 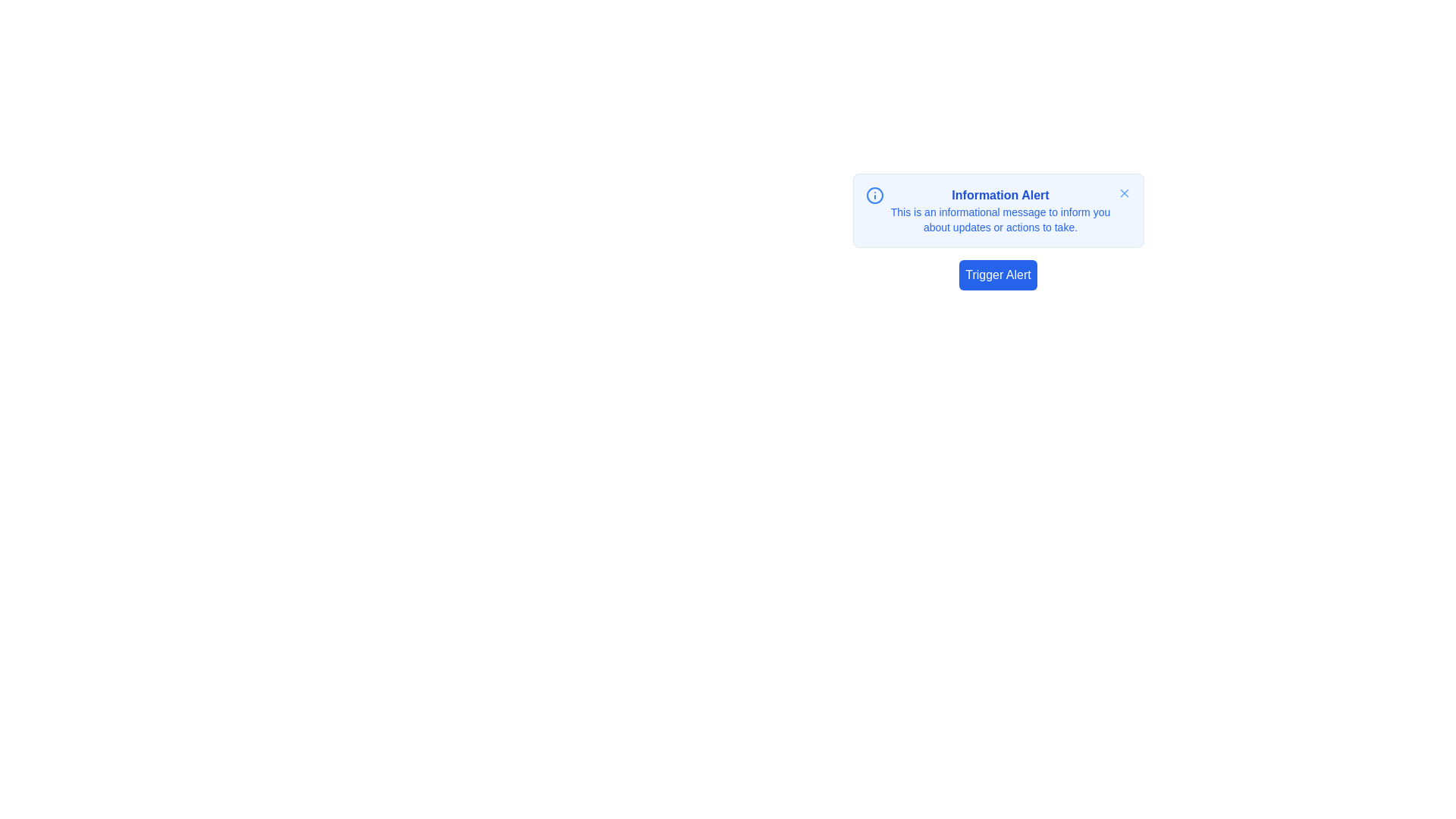 What do you see at coordinates (1000, 195) in the screenshot?
I see `the static text element displaying 'Information Alert' in blue color, which is prominently styled and centrally located at the top of the notification box` at bounding box center [1000, 195].